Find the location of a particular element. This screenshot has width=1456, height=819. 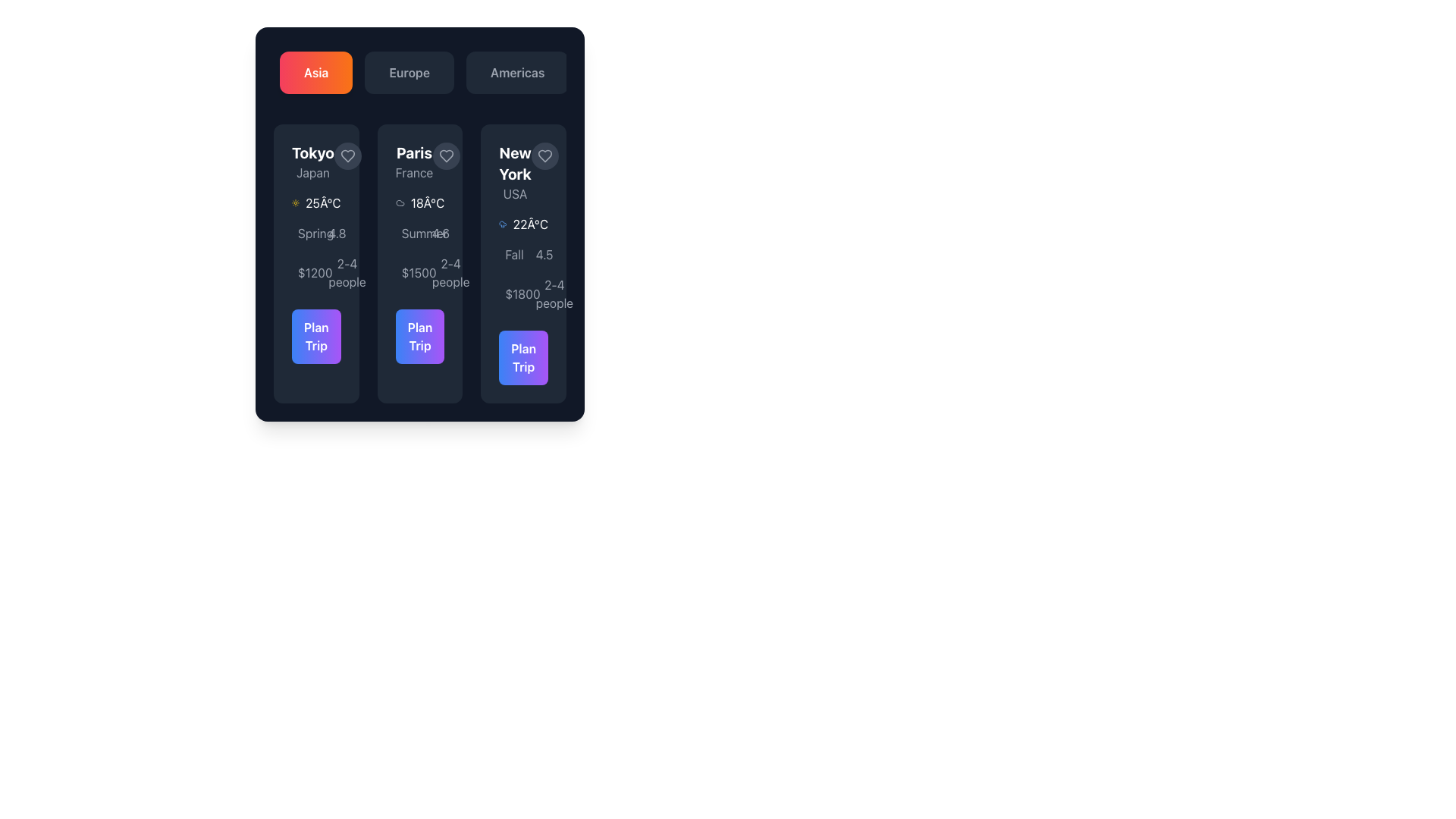

the favorite icon located at the center-top section of the card labeled 'Paris, France' is located at coordinates (446, 155).